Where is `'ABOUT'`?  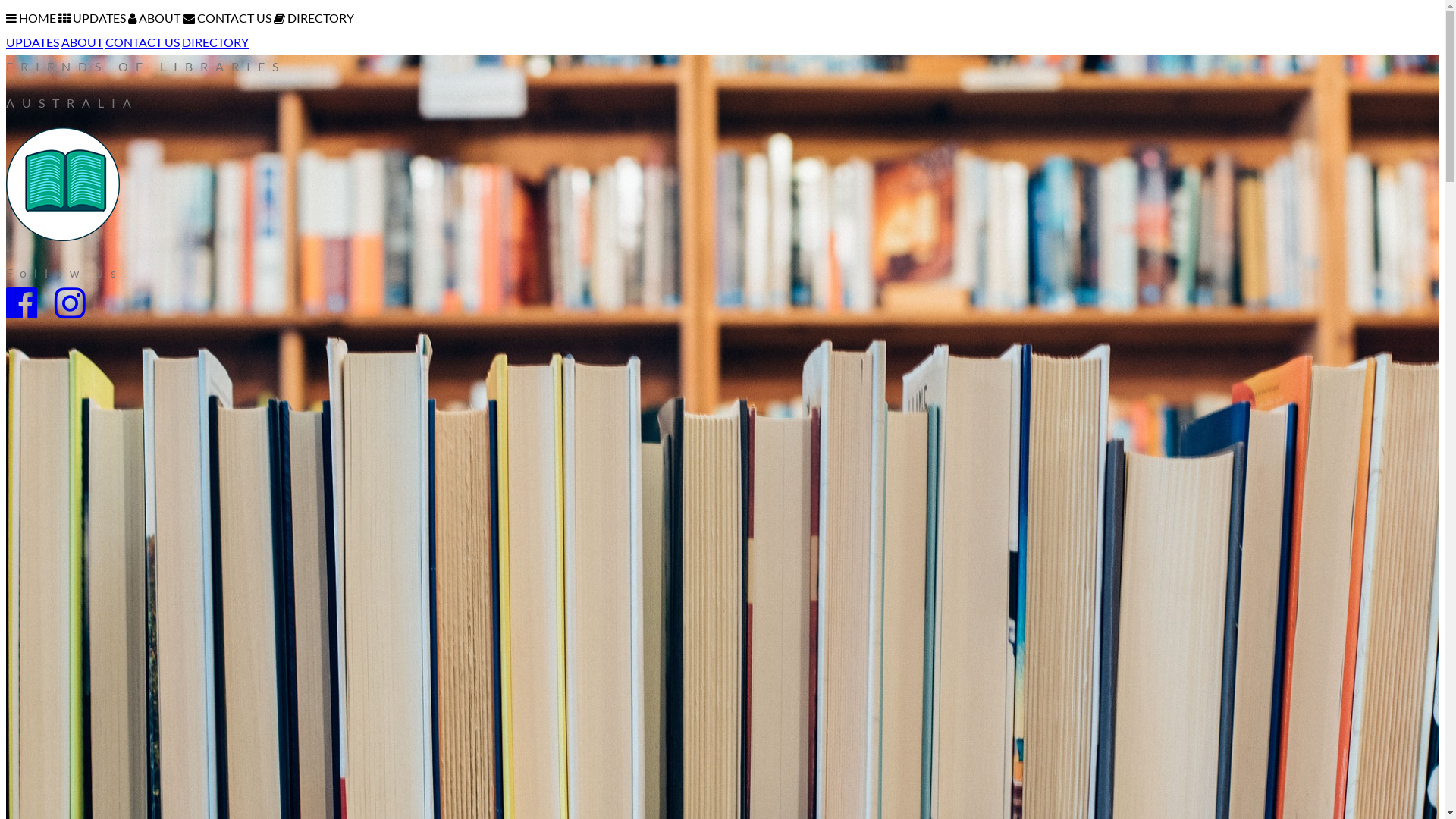
'ABOUT' is located at coordinates (81, 41).